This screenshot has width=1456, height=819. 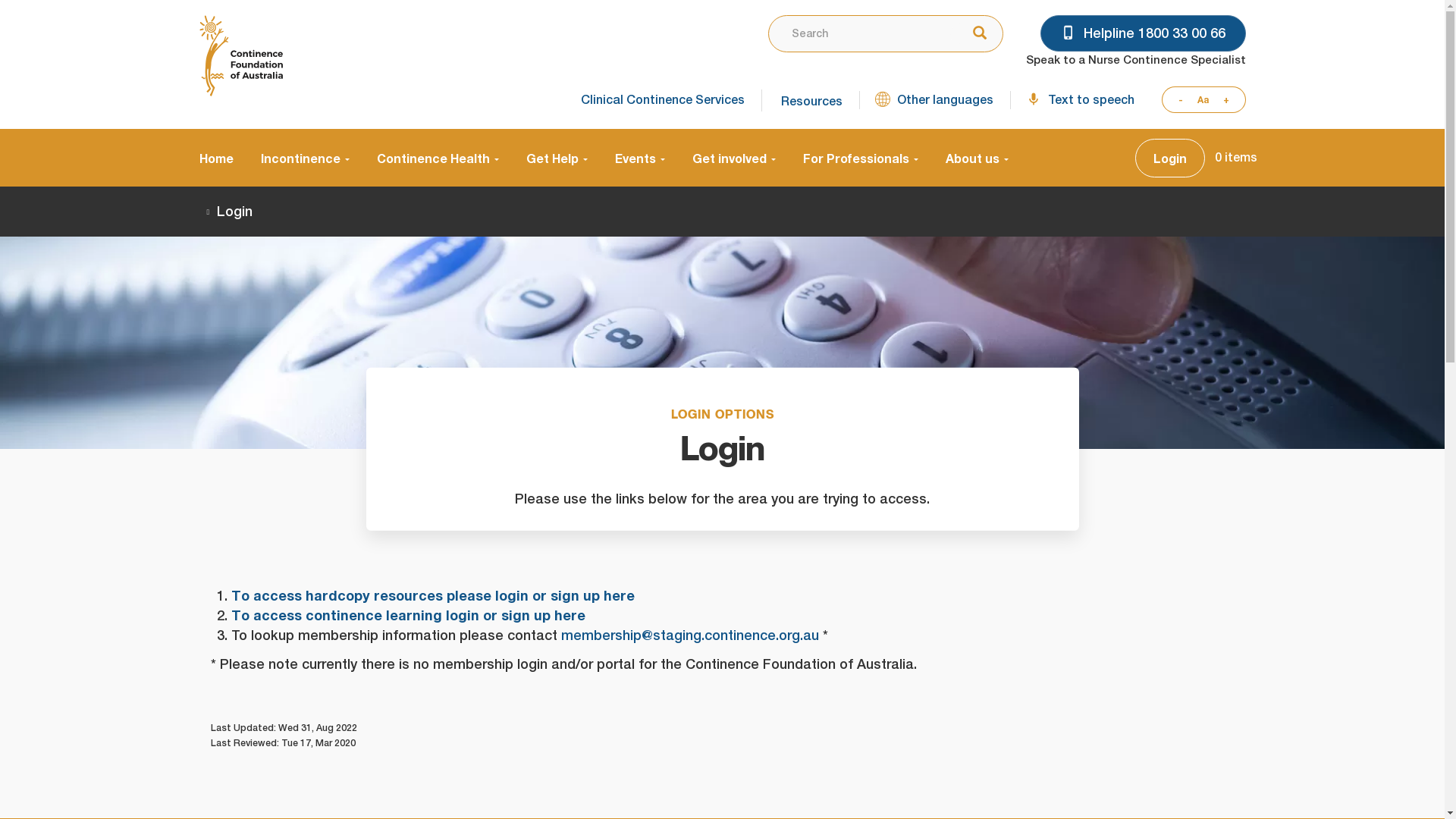 I want to click on '-', so click(x=1175, y=99).